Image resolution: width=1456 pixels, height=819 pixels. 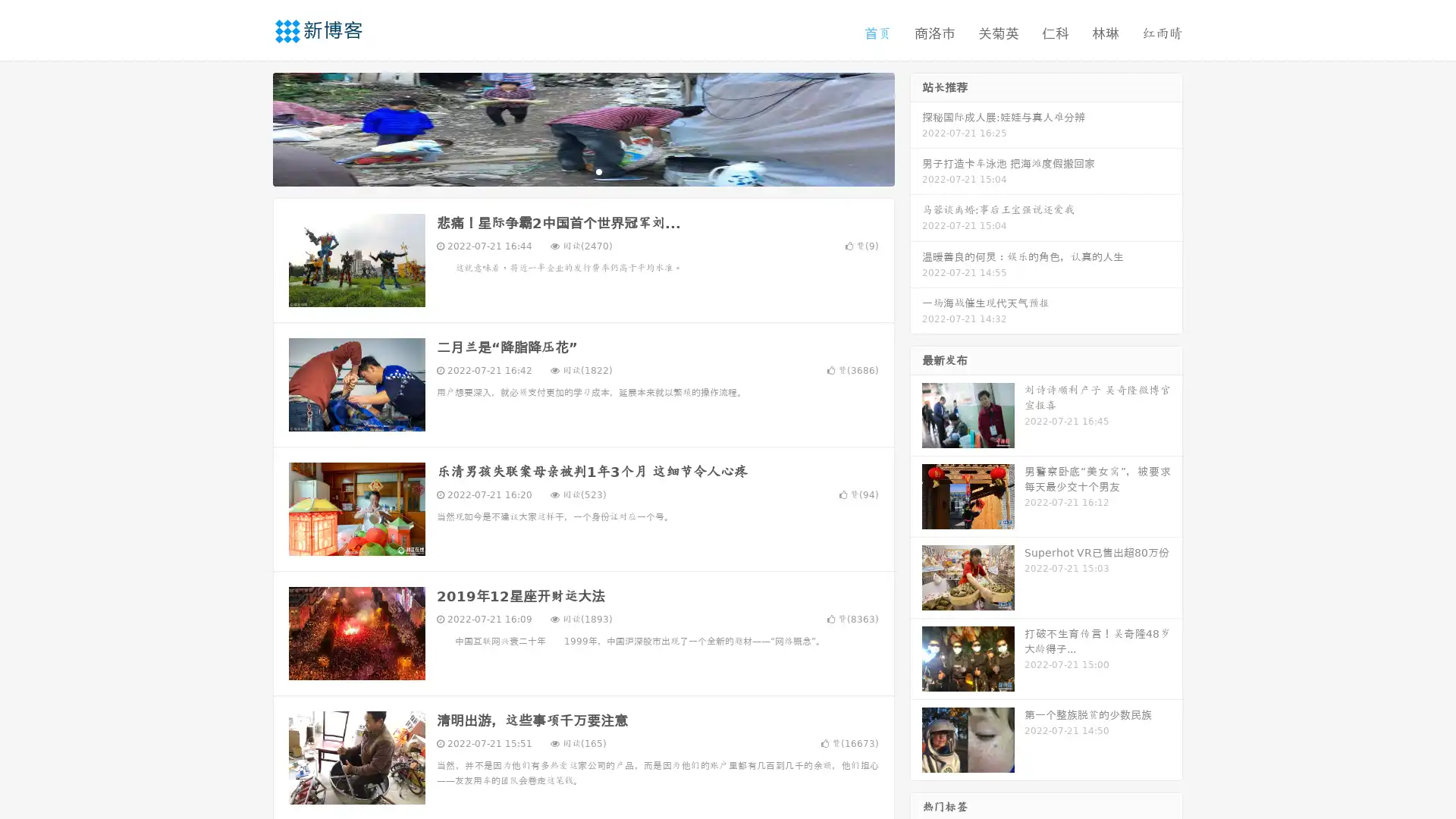 What do you see at coordinates (250, 127) in the screenshot?
I see `Previous slide` at bounding box center [250, 127].